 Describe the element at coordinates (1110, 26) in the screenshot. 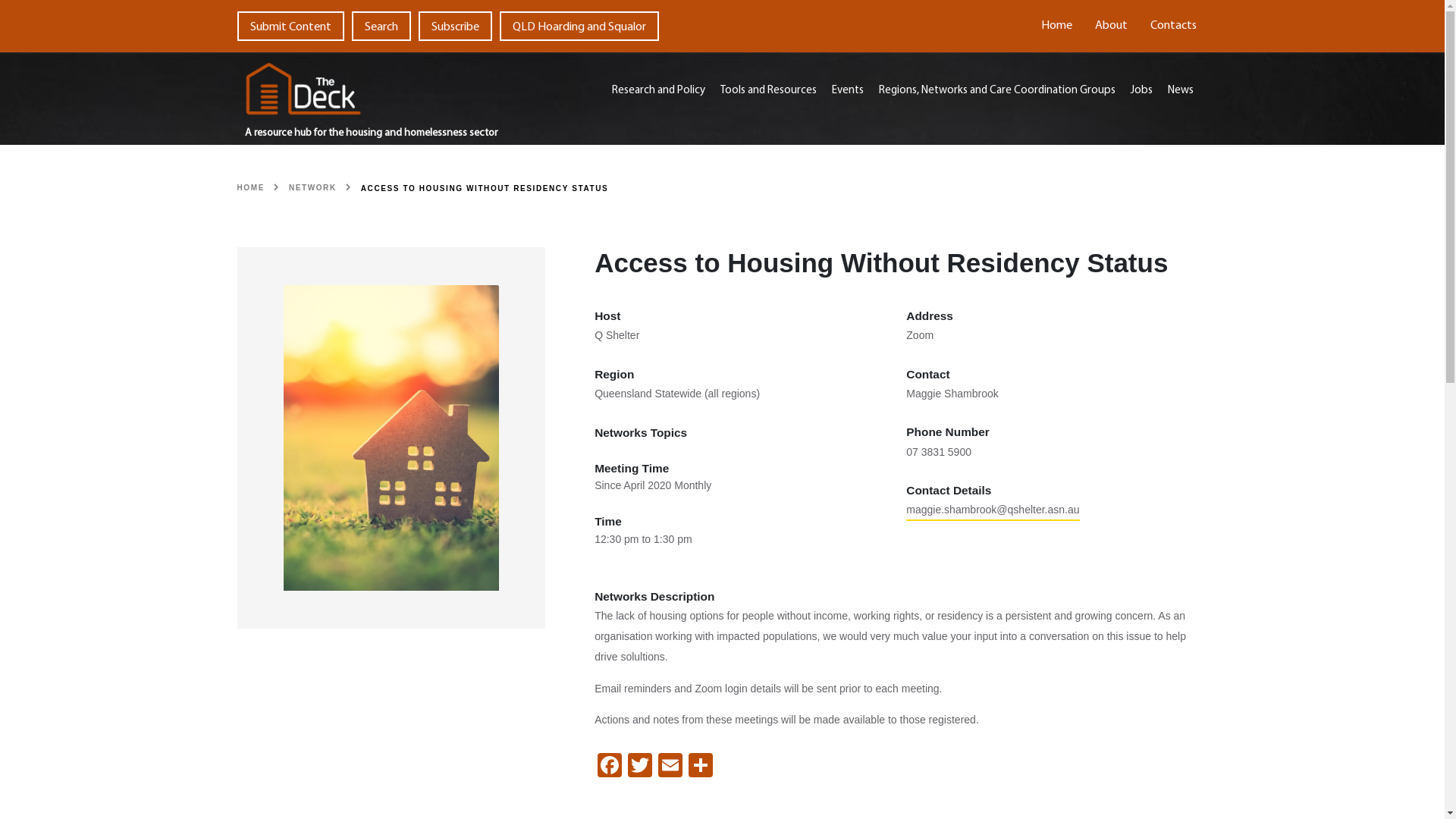

I see `'About'` at that location.